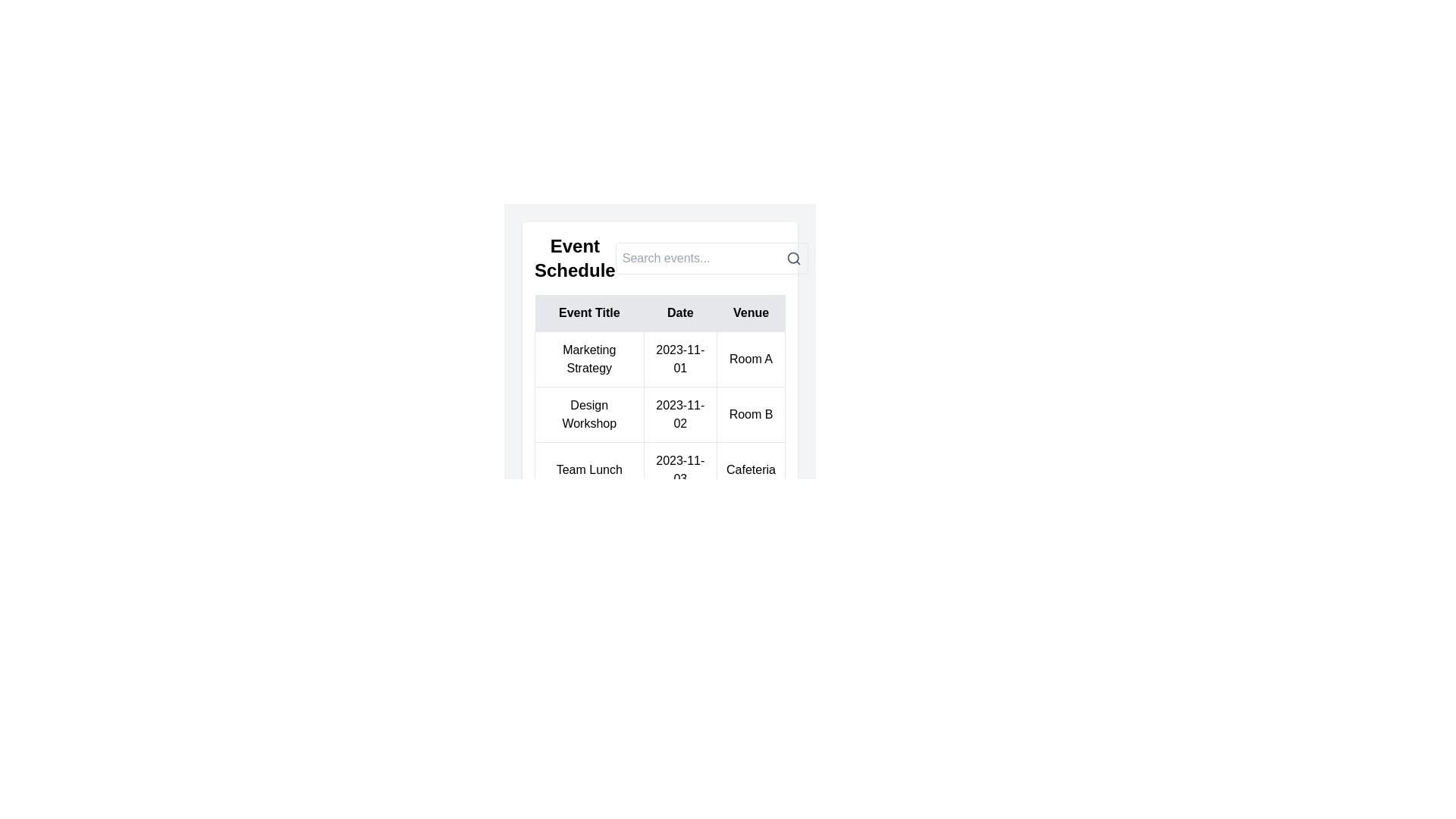 The width and height of the screenshot is (1456, 819). I want to click on the Text display cell that displays the date for the corresponding event in the table, located in the second row under the 'Date' column, so click(660, 415).